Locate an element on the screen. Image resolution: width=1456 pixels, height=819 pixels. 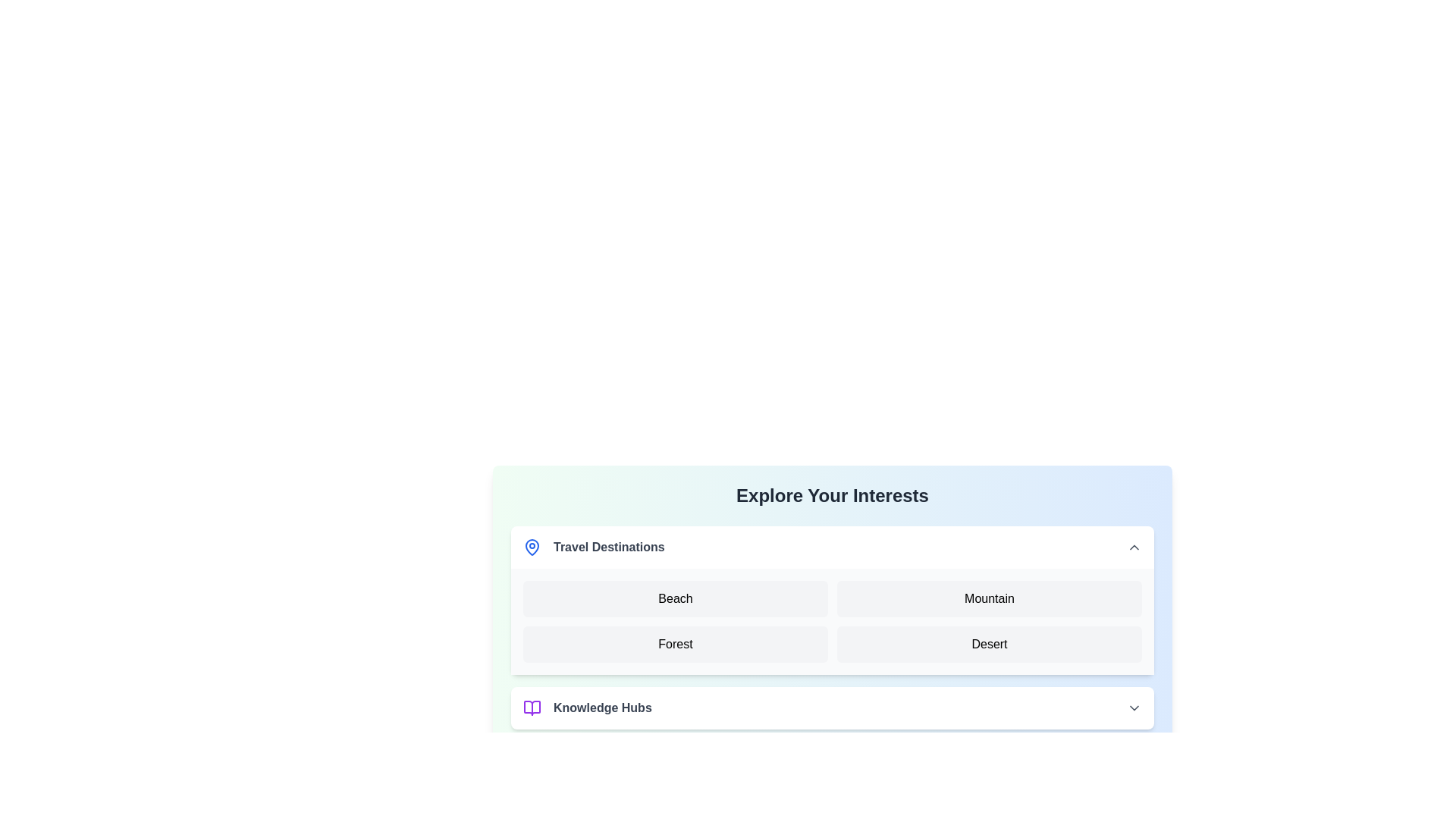
the 'Beach', 'Mountain', 'Forest', or 'Desert' button within the 'Travel Destinations' section, which is styled with a white background and rounded corners is located at coordinates (832, 599).